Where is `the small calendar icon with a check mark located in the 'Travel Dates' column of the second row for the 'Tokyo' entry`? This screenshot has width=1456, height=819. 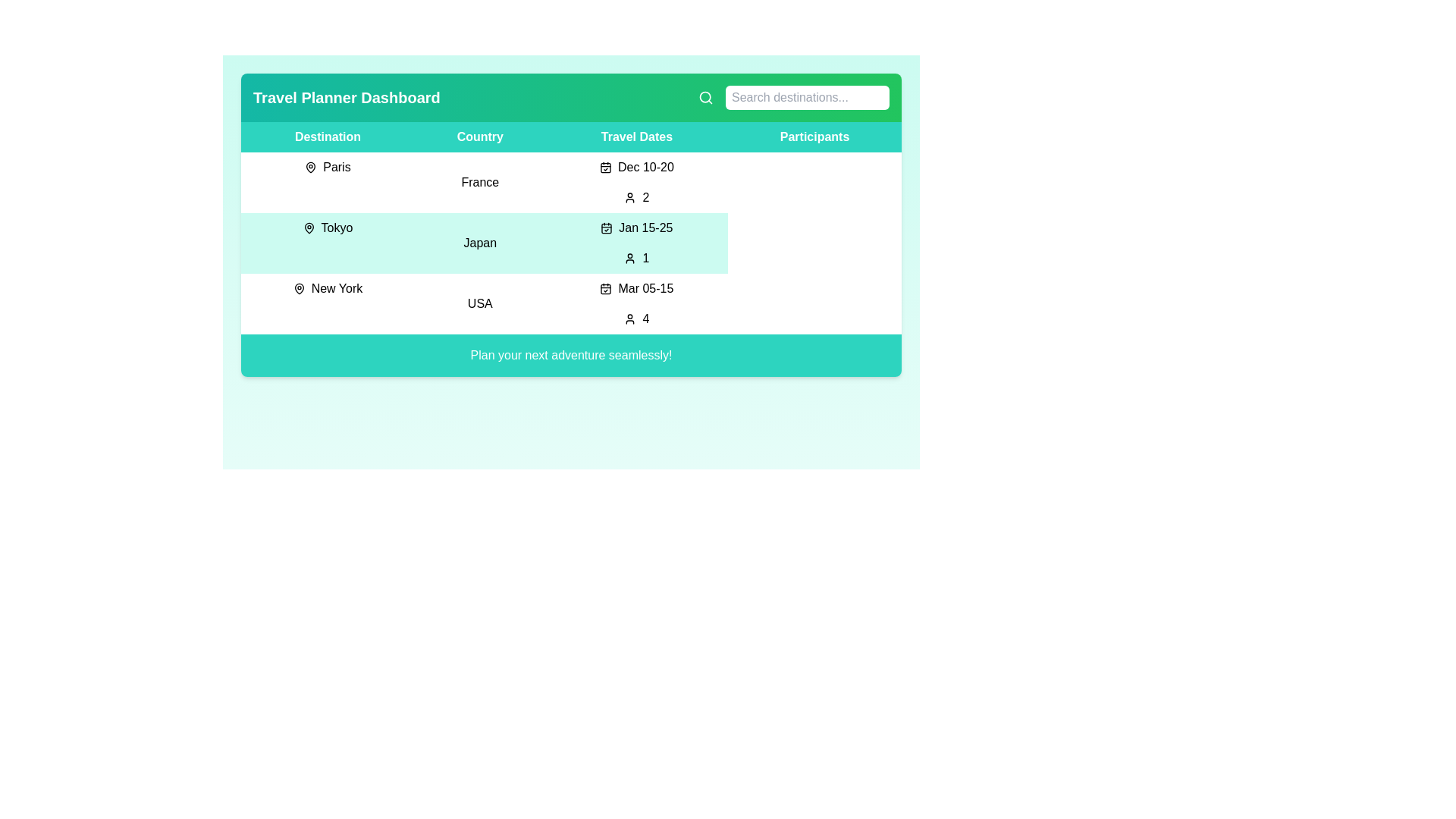 the small calendar icon with a check mark located in the 'Travel Dates' column of the second row for the 'Tokyo' entry is located at coordinates (607, 227).